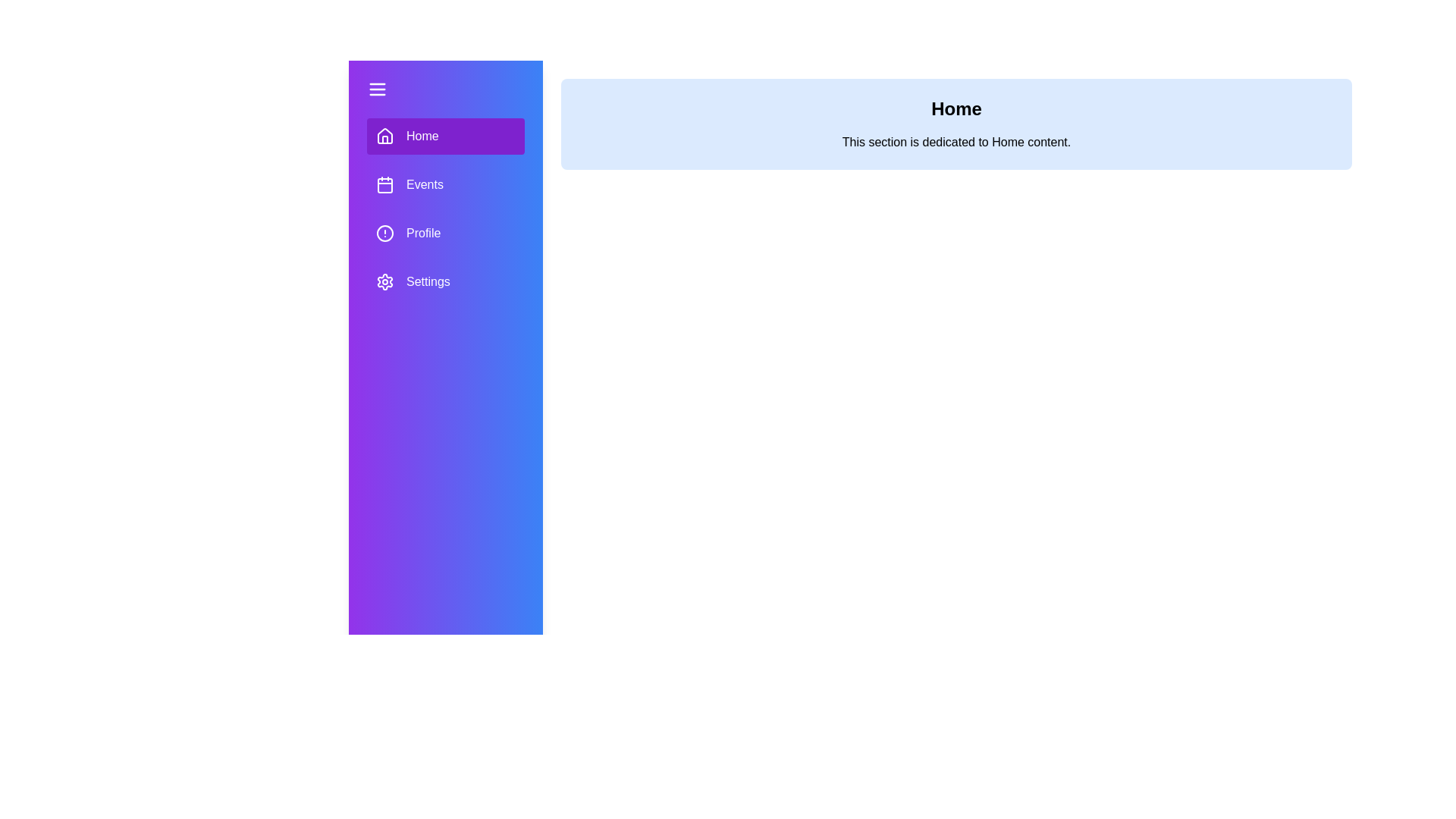 The height and width of the screenshot is (819, 1456). Describe the element at coordinates (955, 143) in the screenshot. I see `text label displaying 'This section is dedicated to Home content.' which is located beneath the header 'Home.'` at that location.